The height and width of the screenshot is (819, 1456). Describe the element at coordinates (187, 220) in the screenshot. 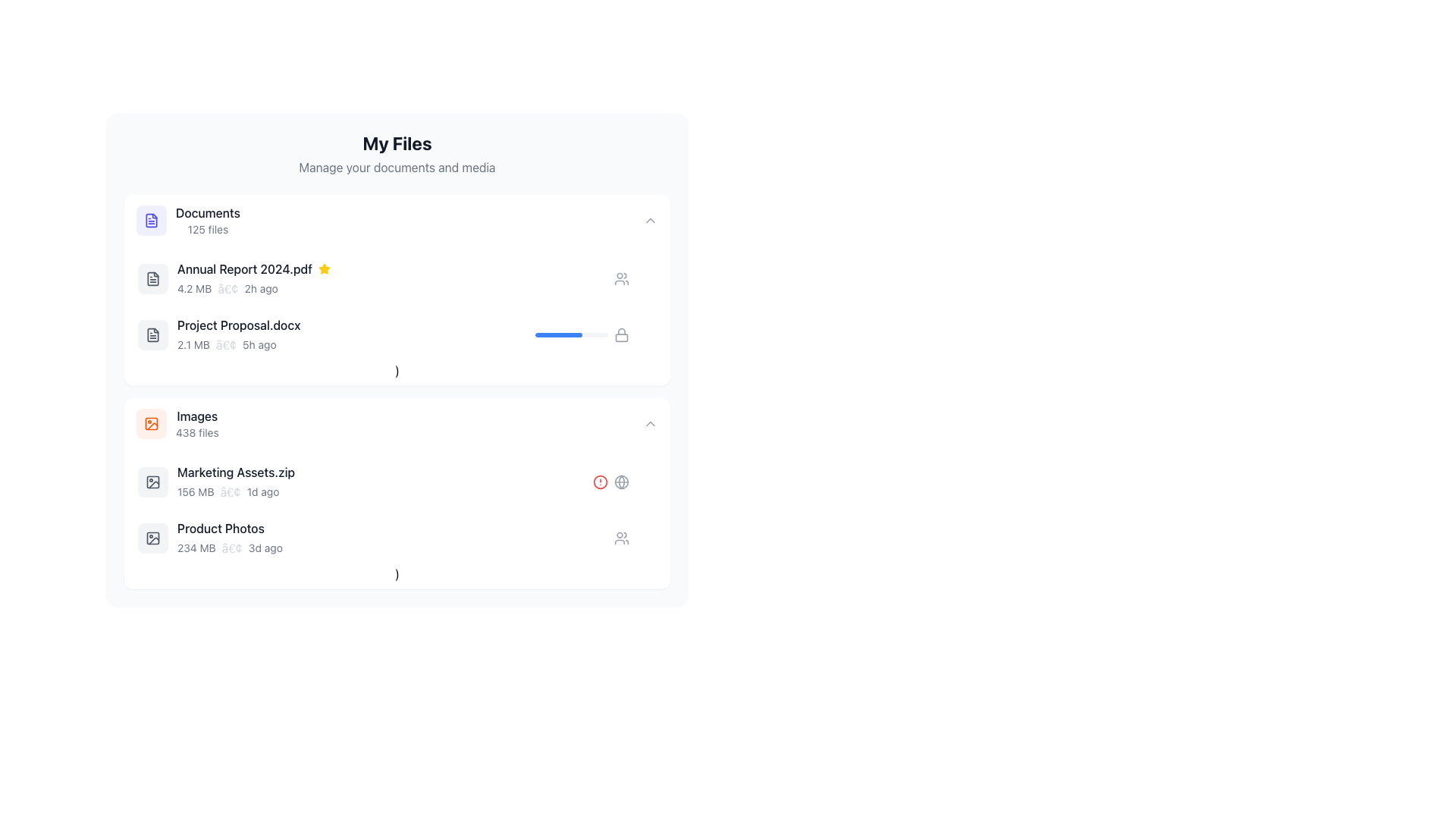

I see `the 'Documents' category header with icon and text` at that location.